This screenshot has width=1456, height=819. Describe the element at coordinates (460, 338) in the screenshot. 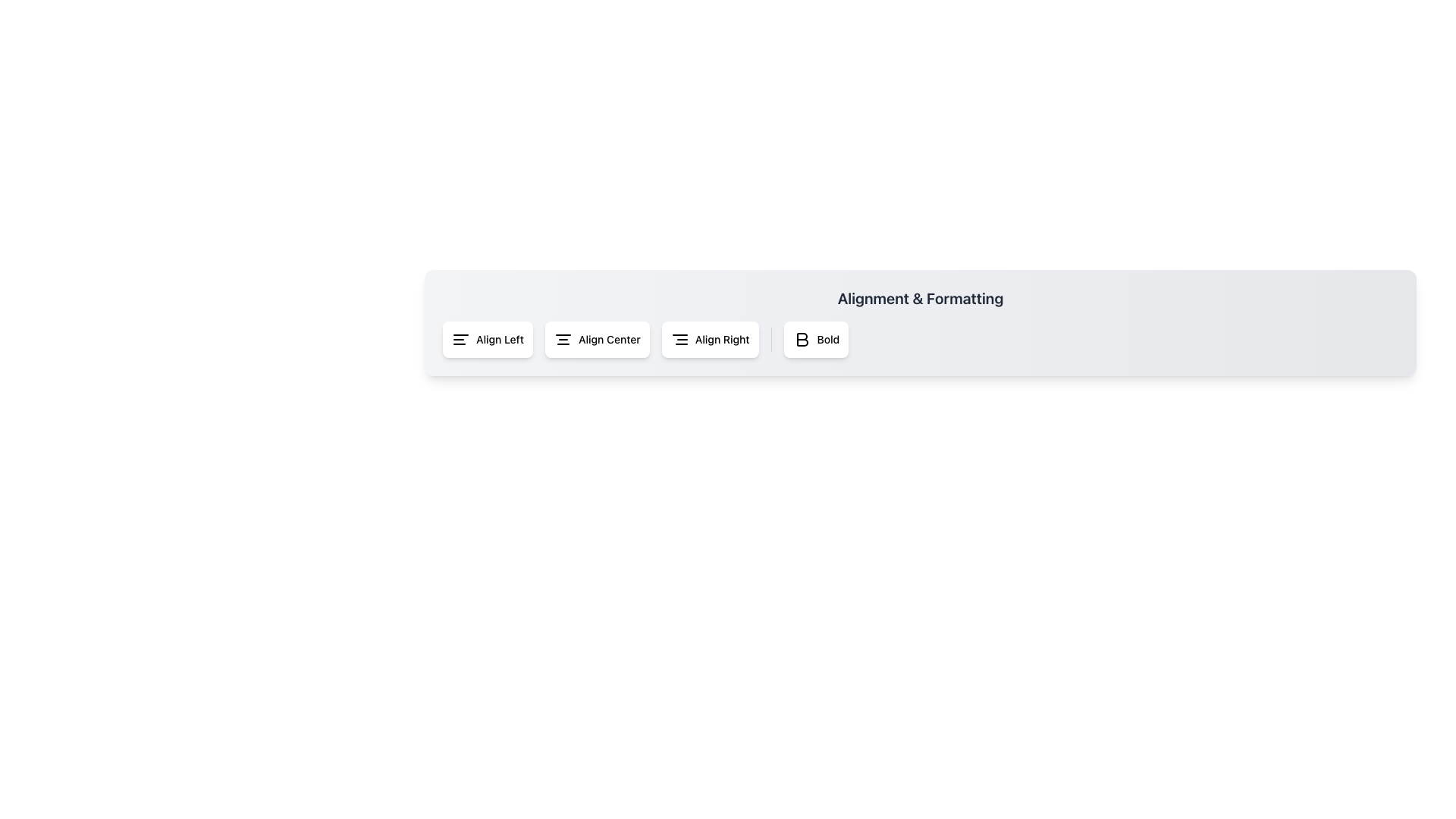

I see `the 'Align Left' SVG Icon button located in the upper-left corner of the card` at that location.